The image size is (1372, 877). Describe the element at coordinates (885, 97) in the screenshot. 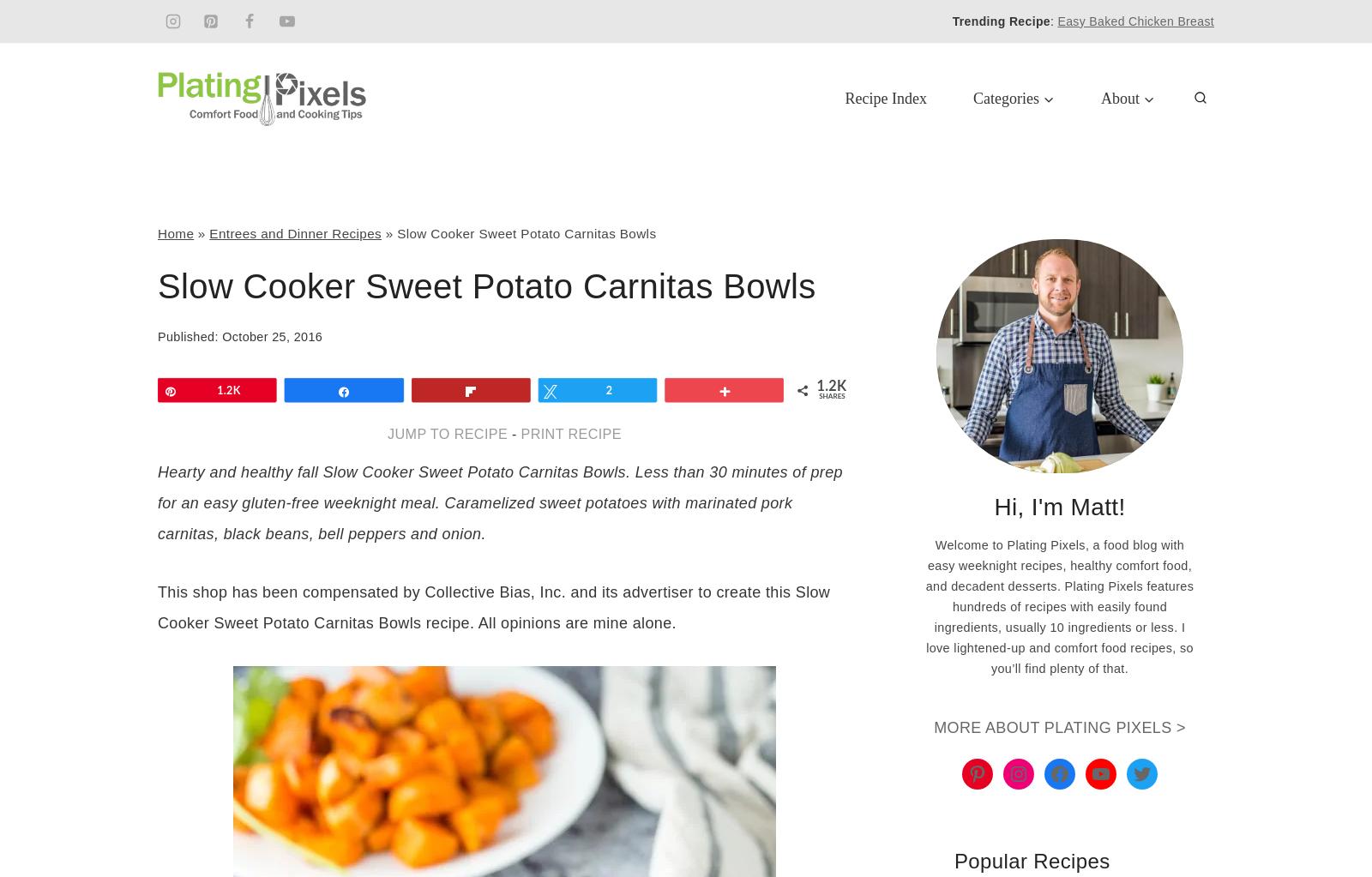

I see `'Recipe Index'` at that location.